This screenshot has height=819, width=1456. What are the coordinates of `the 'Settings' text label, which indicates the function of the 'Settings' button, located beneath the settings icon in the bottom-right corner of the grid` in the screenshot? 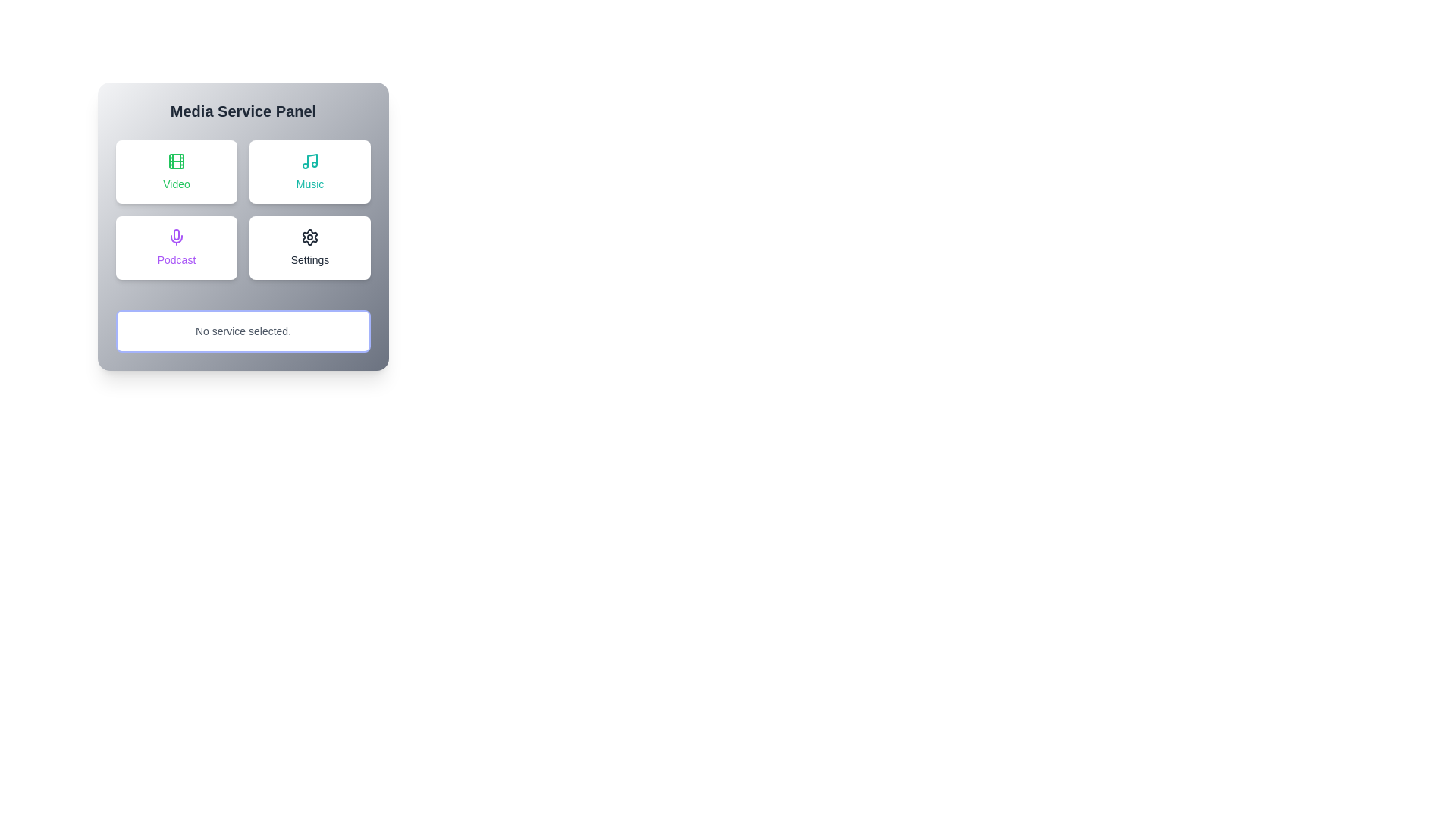 It's located at (309, 259).